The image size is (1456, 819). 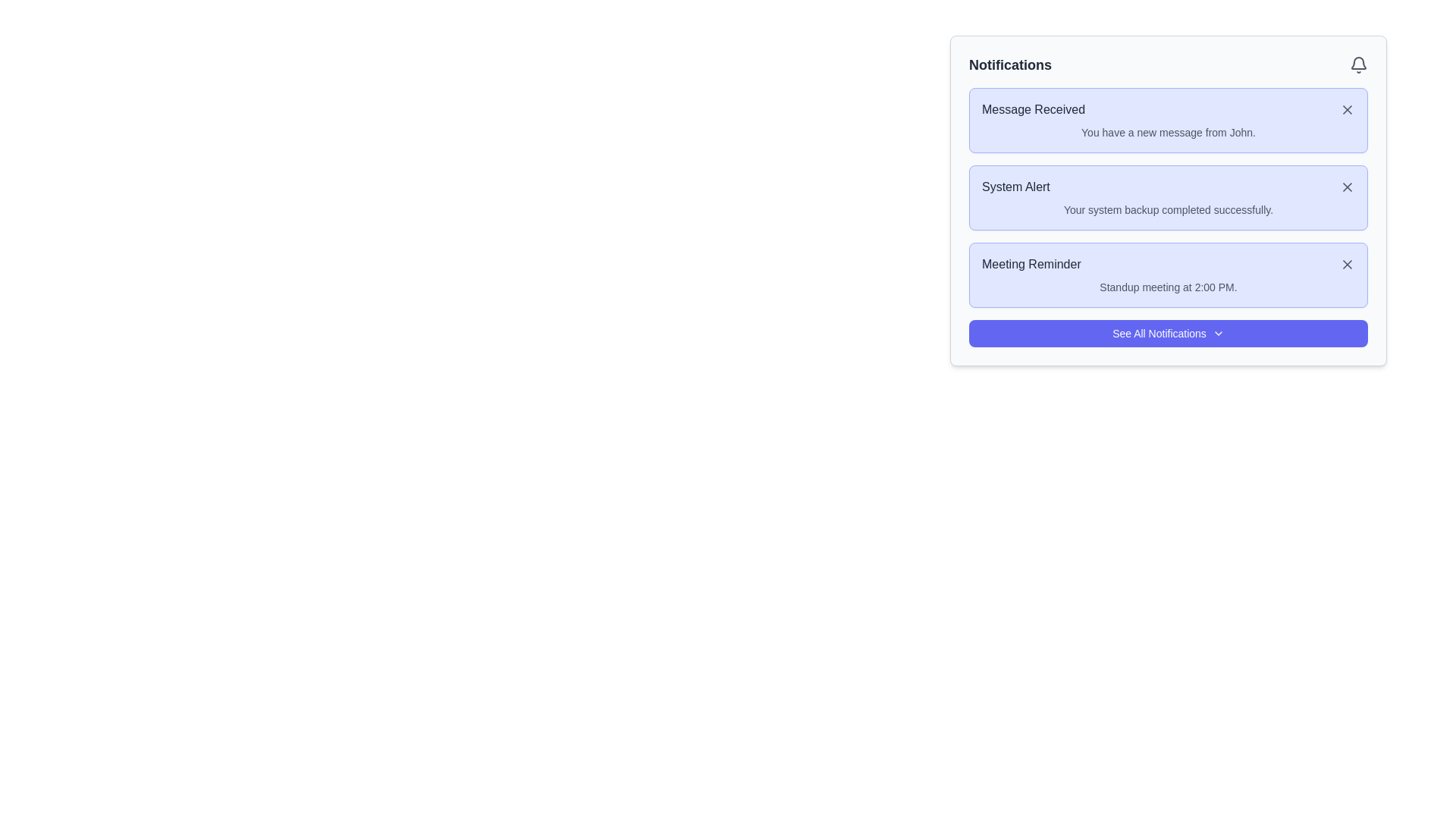 What do you see at coordinates (1167, 332) in the screenshot?
I see `the 'See All Notifications' button, which is a vibrant indigo button with rounded corners located at the bottom of the Notifications card` at bounding box center [1167, 332].